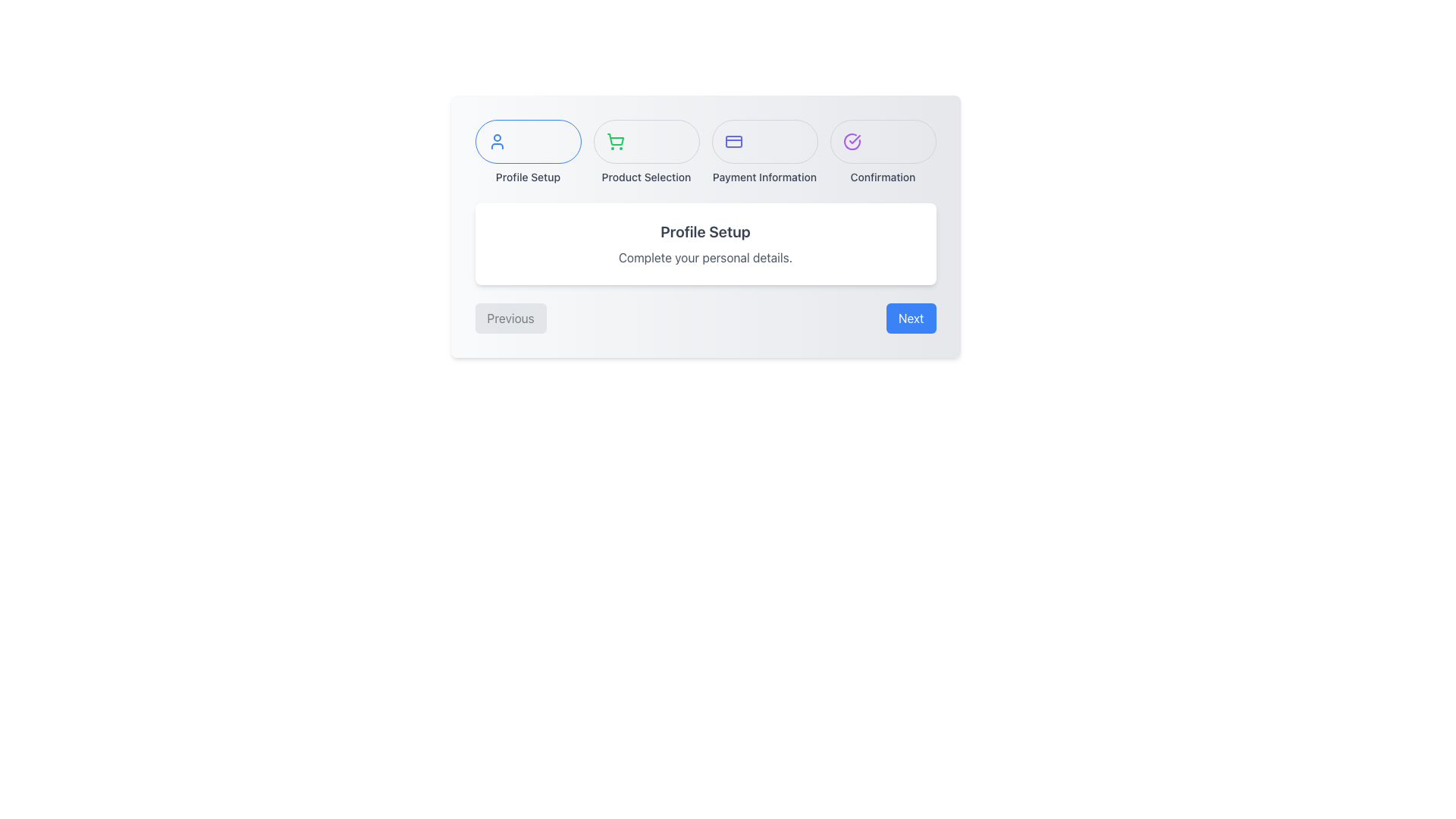  Describe the element at coordinates (615, 141) in the screenshot. I see `the 'Product Selection' icon, which is the second icon in the horizontal sequence of navigation icons at the top of the interface` at that location.